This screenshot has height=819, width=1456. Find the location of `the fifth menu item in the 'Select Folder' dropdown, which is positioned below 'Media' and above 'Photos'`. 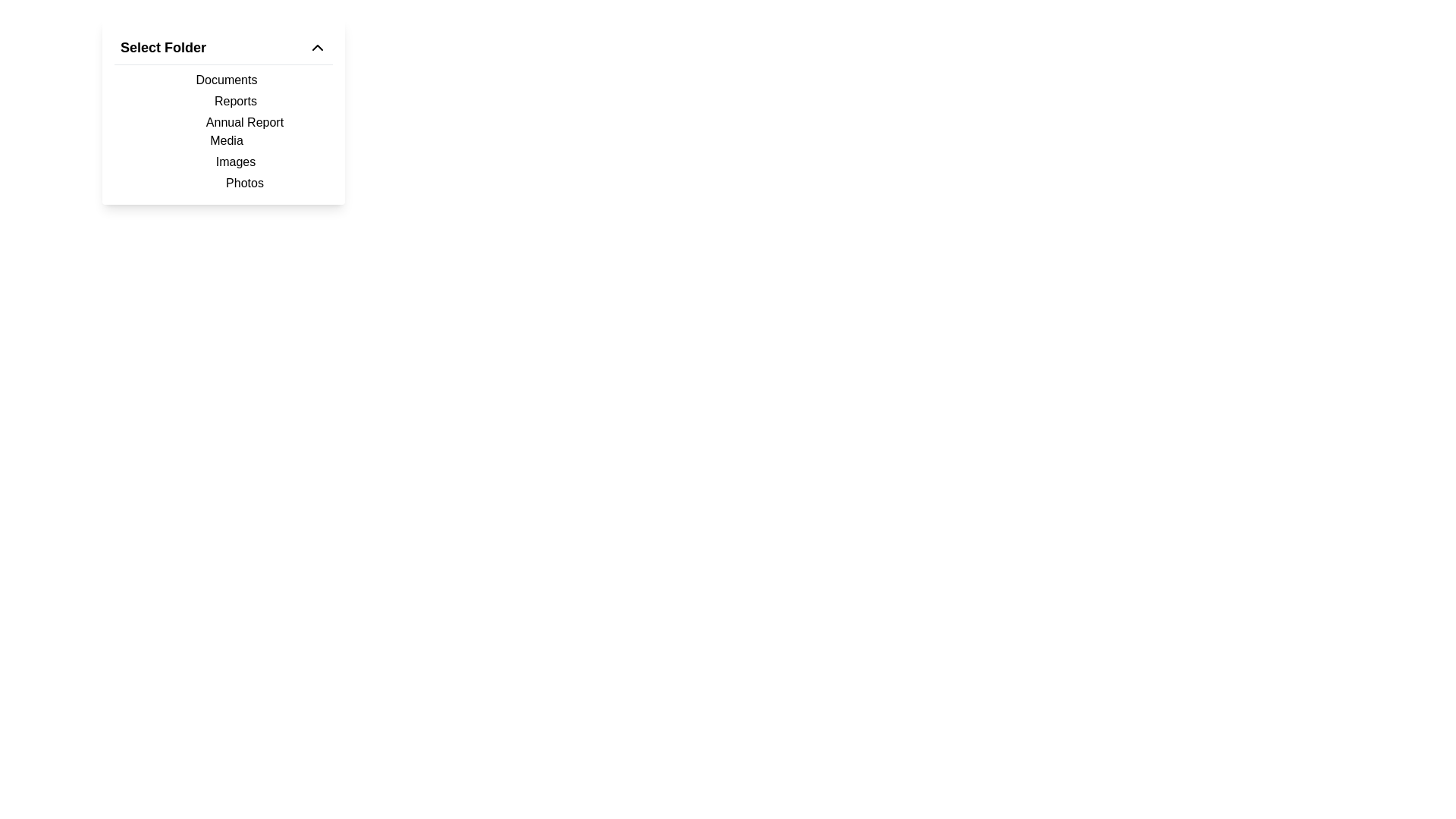

the fifth menu item in the 'Select Folder' dropdown, which is positioned below 'Media' and above 'Photos' is located at coordinates (235, 162).